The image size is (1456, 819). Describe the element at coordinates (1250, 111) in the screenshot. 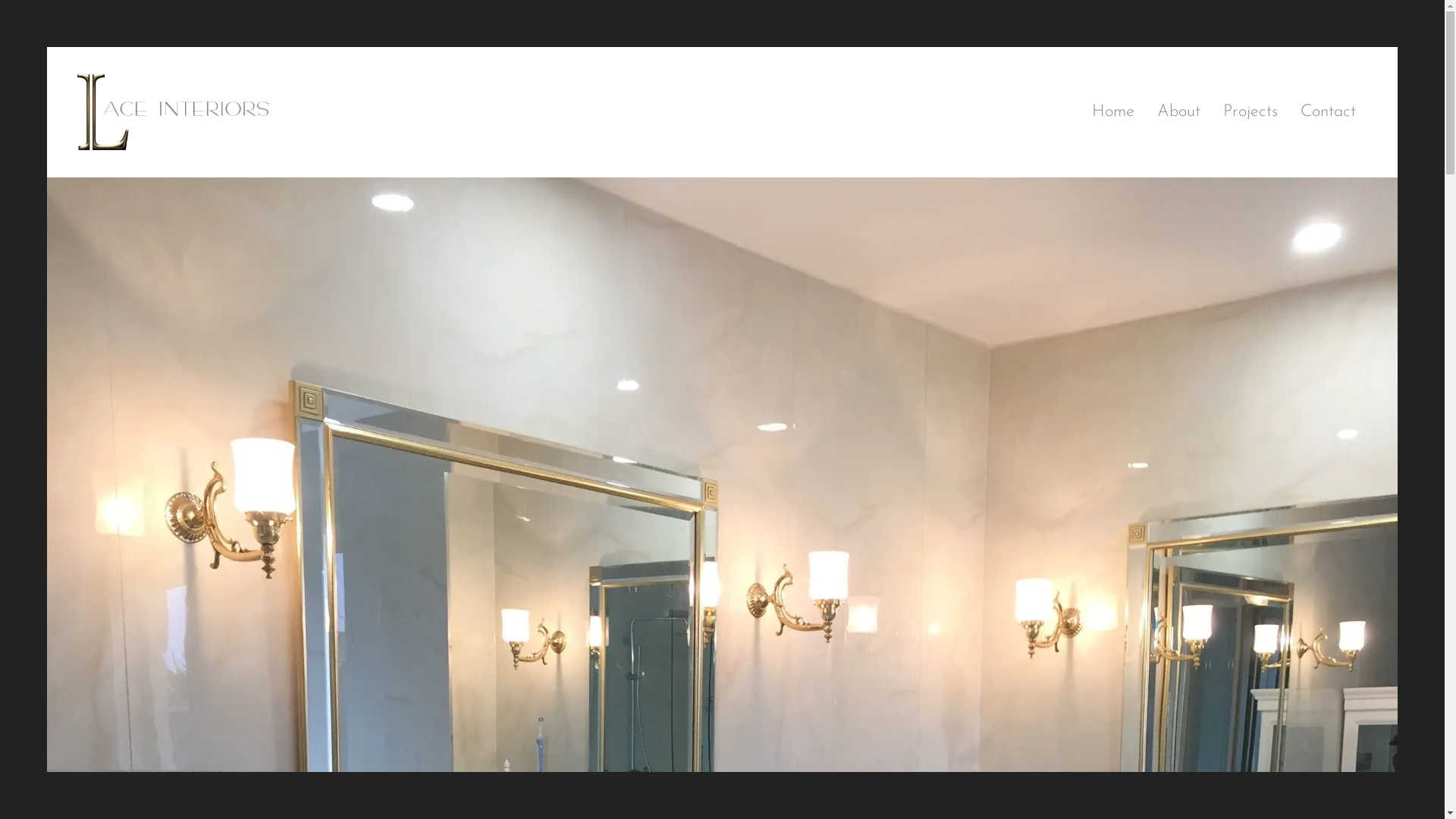

I see `'Projects'` at that location.